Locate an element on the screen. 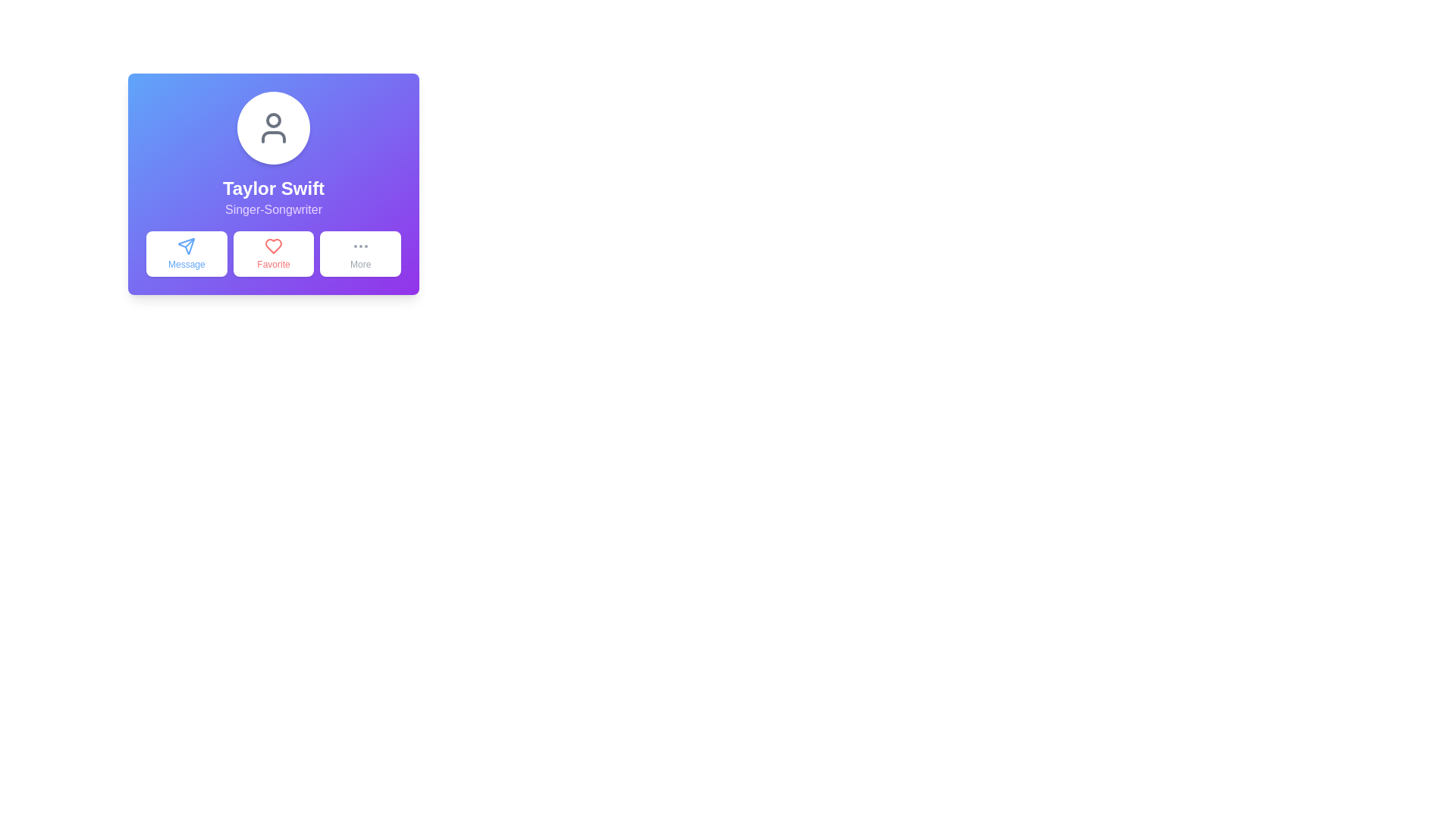 This screenshot has width=1456, height=819. the header text displaying 'Taylor Swift' in bold white font, which is positioned below the circular avatar icon and above the smaller description text on a gradient purple background is located at coordinates (273, 188).